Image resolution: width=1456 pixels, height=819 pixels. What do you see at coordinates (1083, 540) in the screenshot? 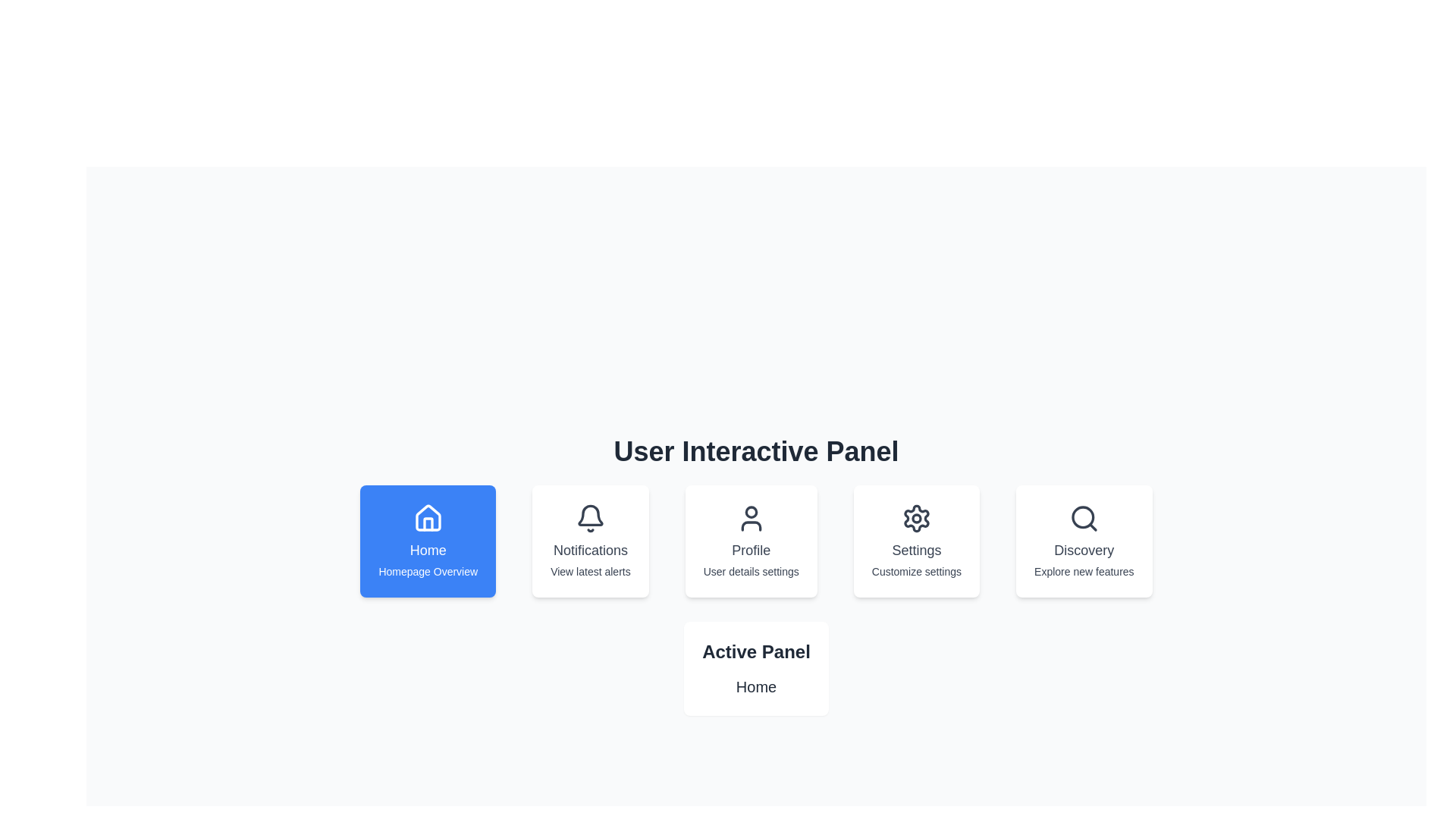
I see `the 'Discovery' card by` at bounding box center [1083, 540].